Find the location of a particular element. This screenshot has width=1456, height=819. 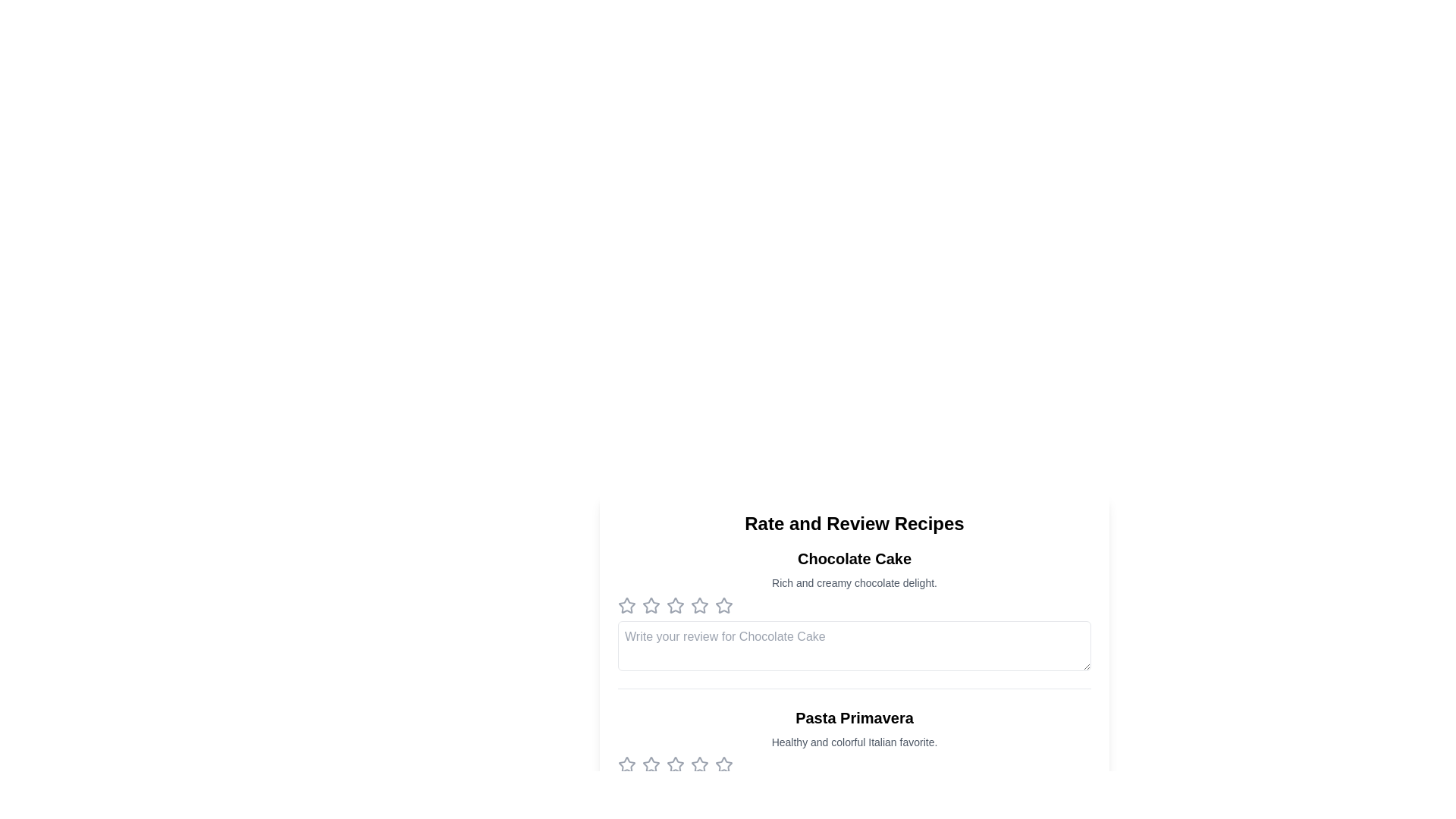

the first star-shaped rating icon for 'Chocolate Cake' is located at coordinates (626, 604).